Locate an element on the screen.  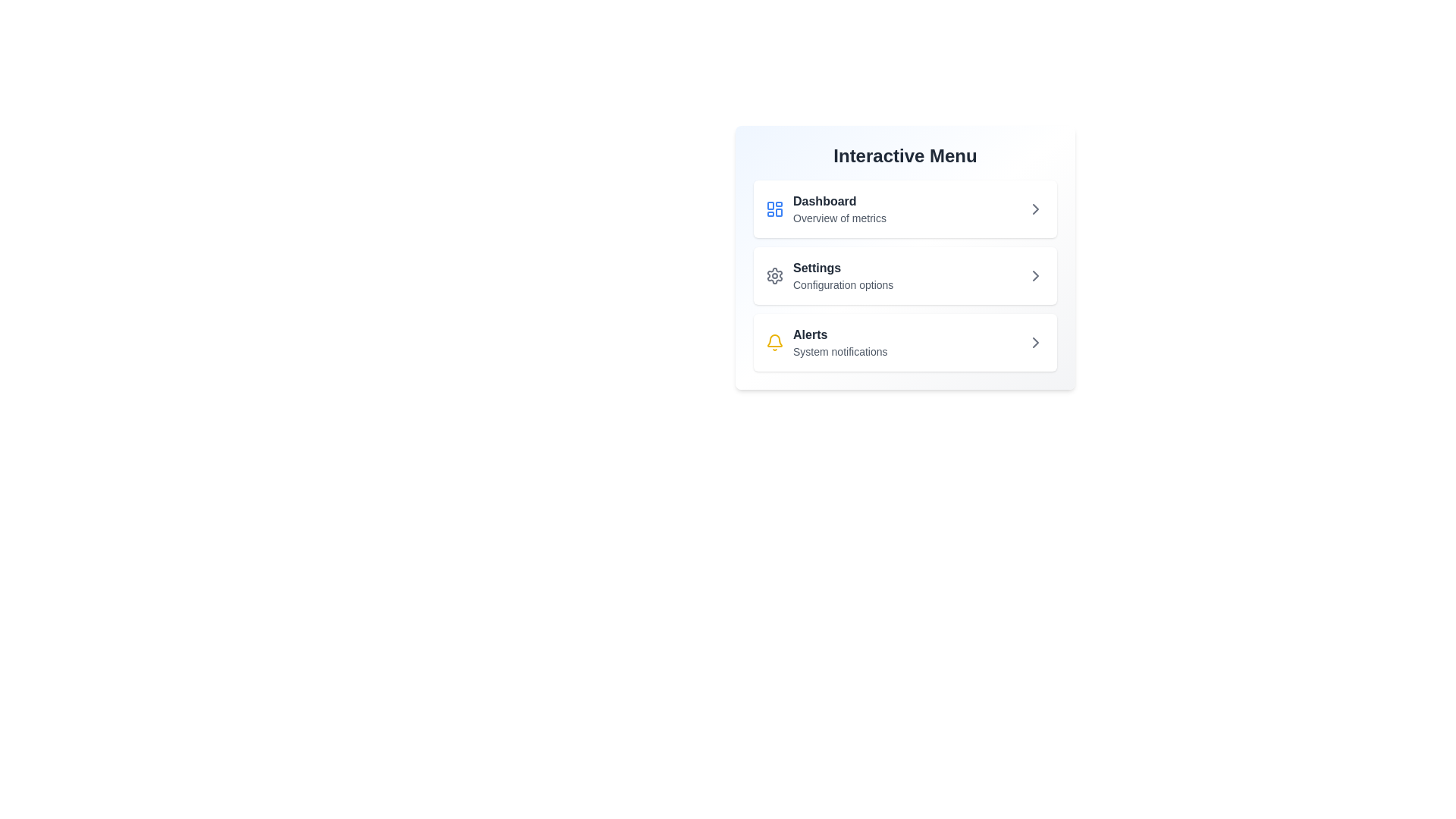
the text label displaying 'Configuration options', which is styled with small-sized, gray-colored text and located directly beneath the 'Settings' label in the second section of the interactive menu is located at coordinates (843, 284).